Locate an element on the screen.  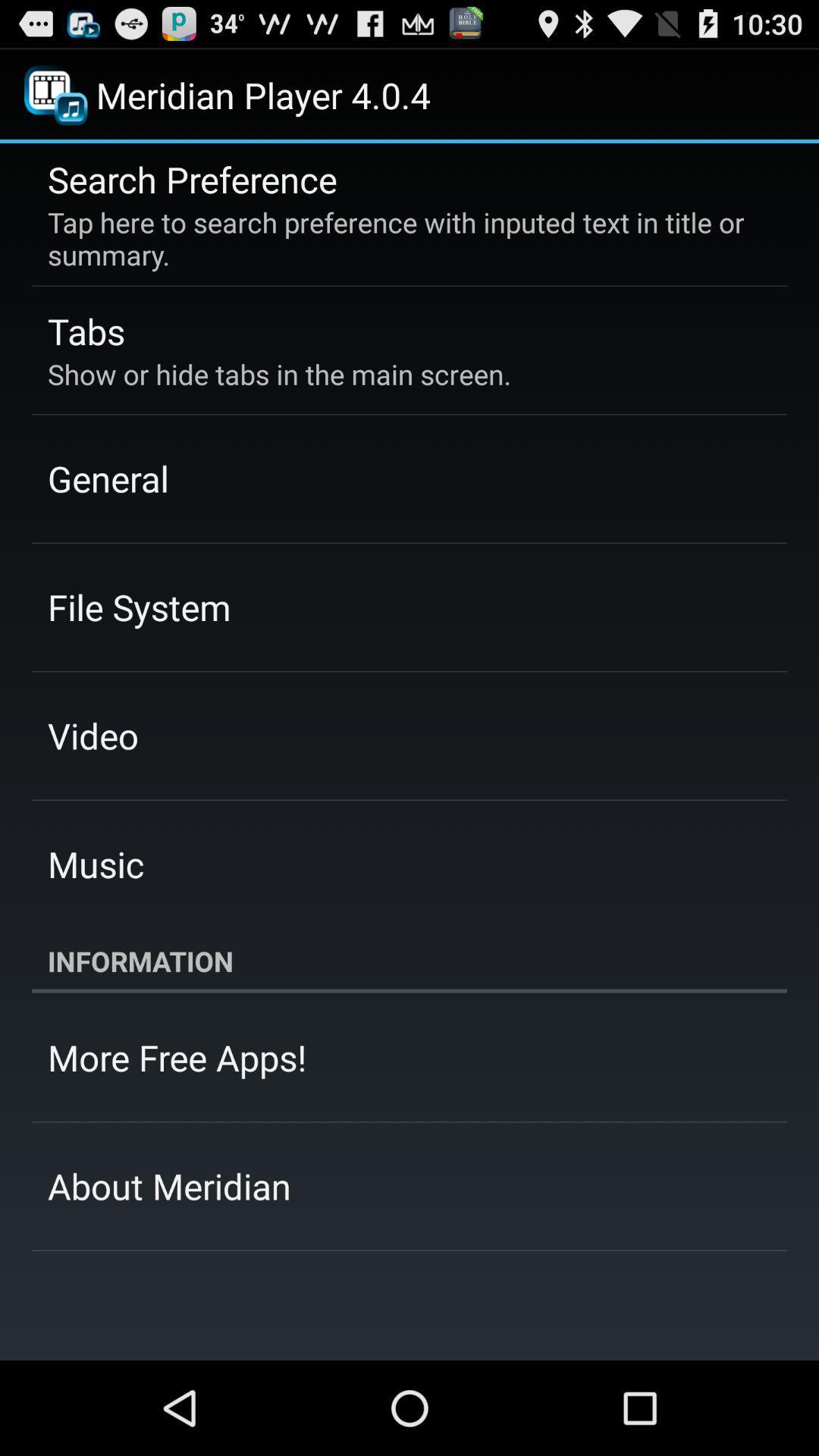
file system icon is located at coordinates (139, 607).